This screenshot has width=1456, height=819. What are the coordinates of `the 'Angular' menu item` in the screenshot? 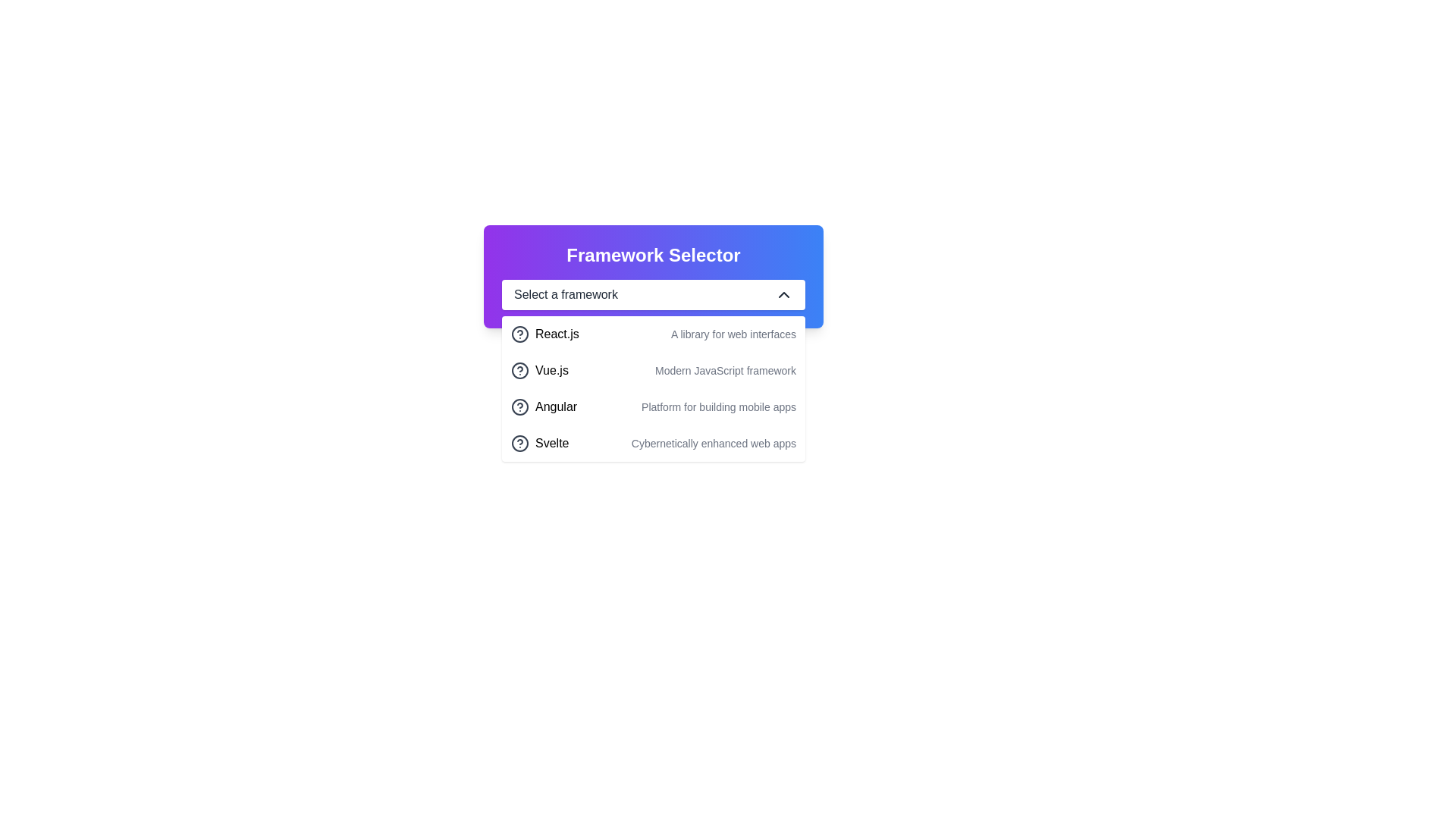 It's located at (544, 406).